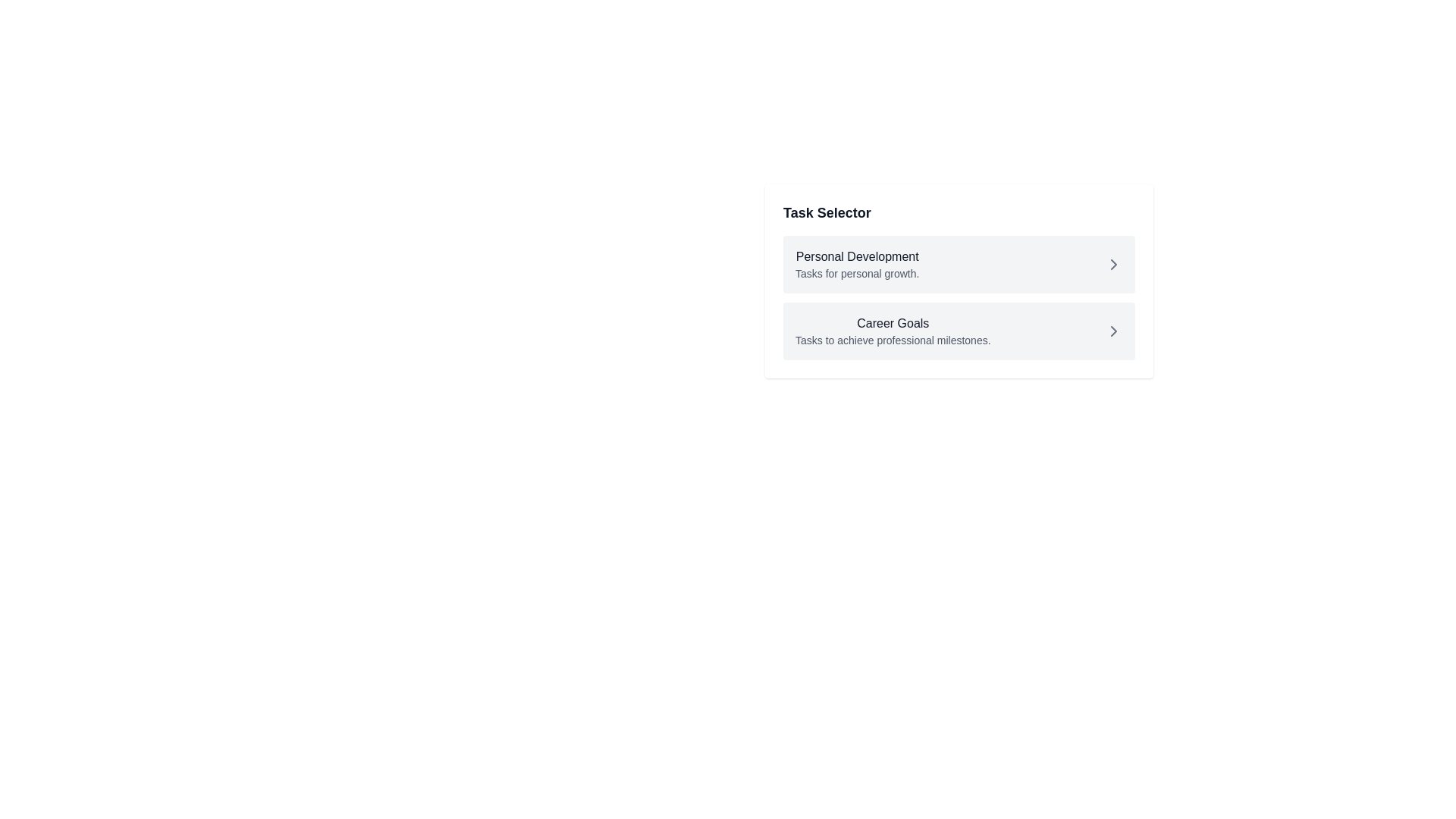  What do you see at coordinates (857, 263) in the screenshot?
I see `text from the Text Label that contains 'Personal Development' and 'Tasks for personal growth.' which is located in the upper half of the 'Task Selector' panel` at bounding box center [857, 263].